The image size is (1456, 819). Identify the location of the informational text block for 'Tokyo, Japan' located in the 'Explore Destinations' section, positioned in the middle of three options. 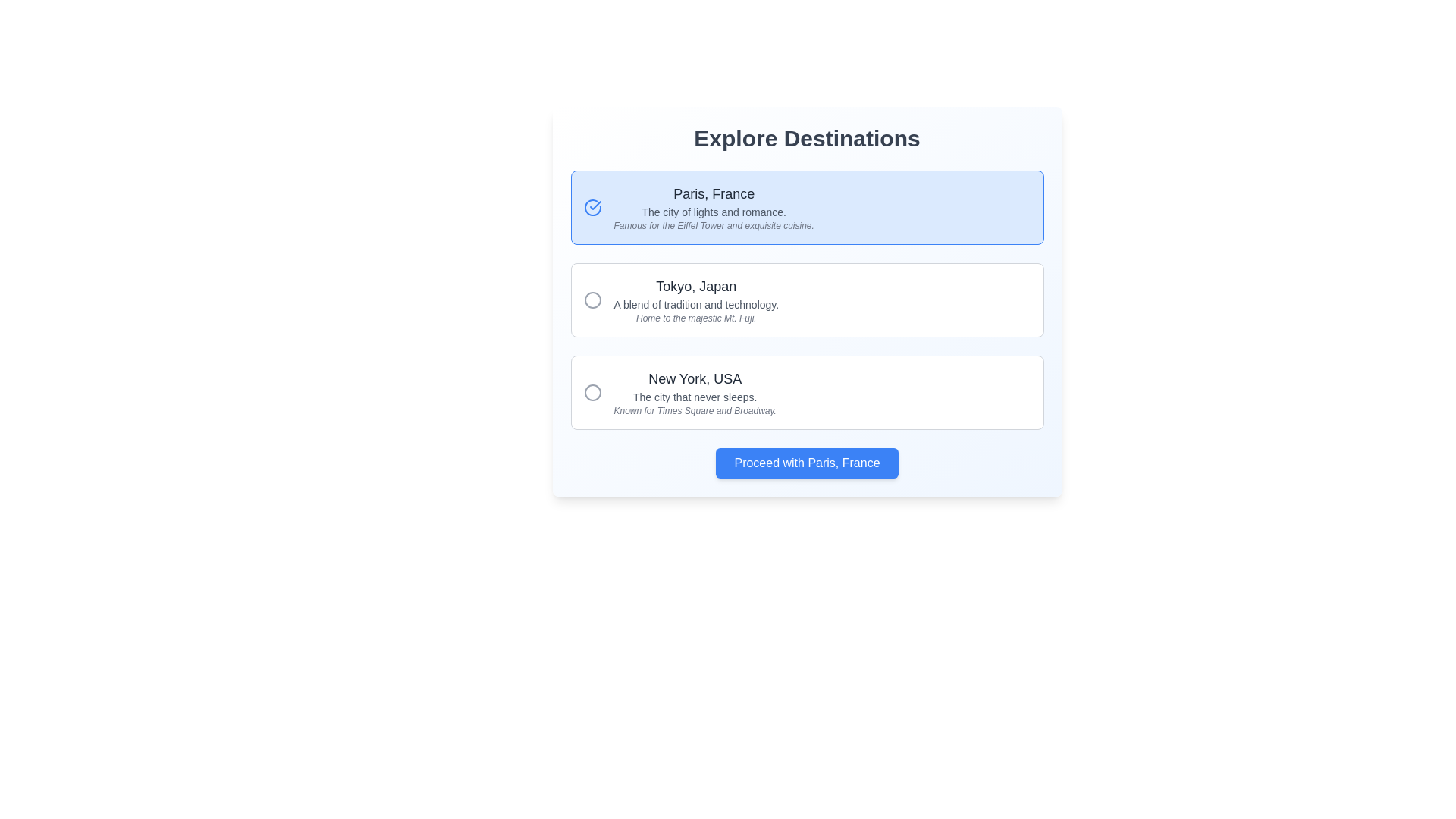
(695, 300).